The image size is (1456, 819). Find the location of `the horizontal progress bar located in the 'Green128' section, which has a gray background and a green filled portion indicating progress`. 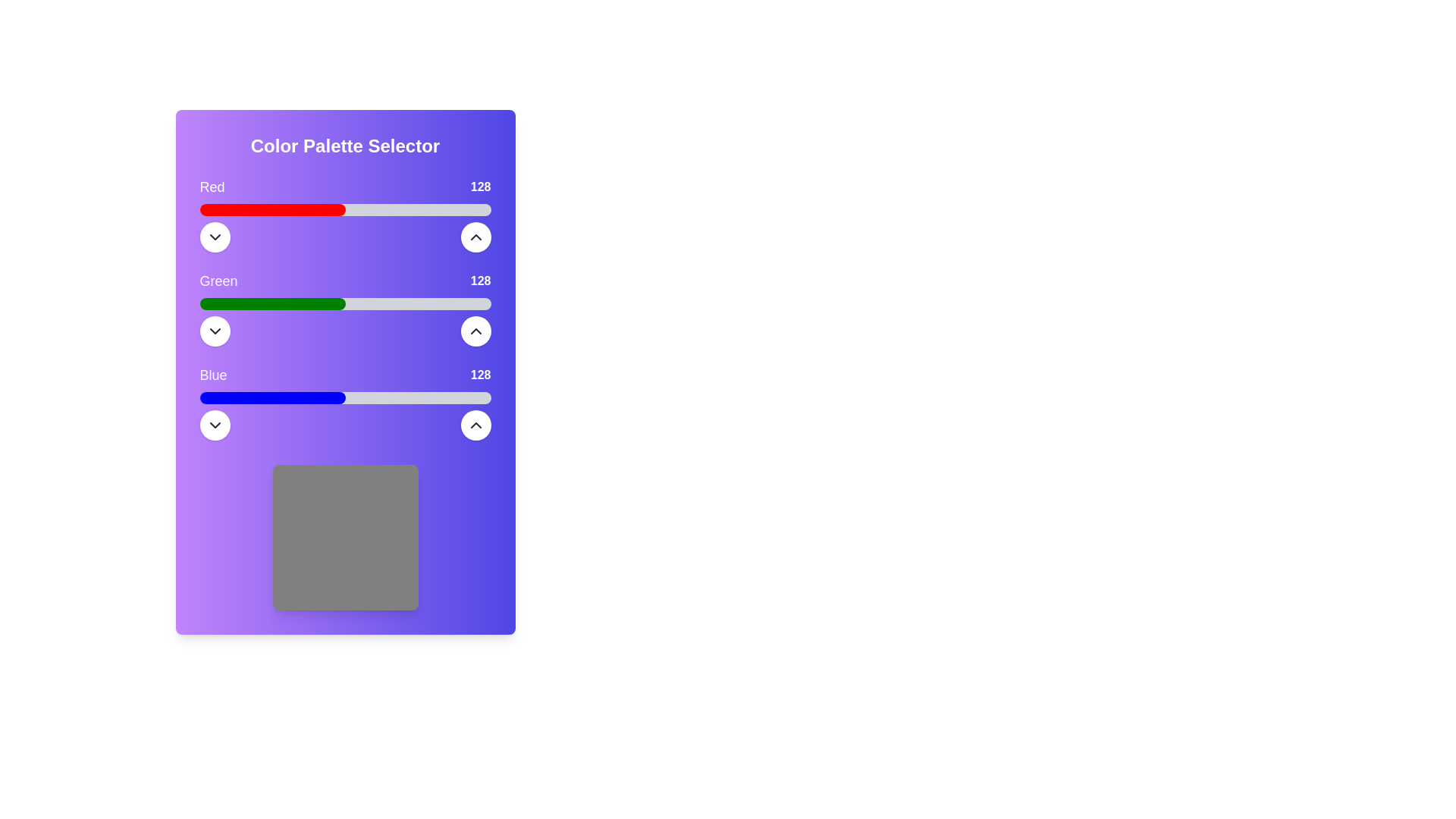

the horizontal progress bar located in the 'Green128' section, which has a gray background and a green filled portion indicating progress is located at coordinates (344, 304).